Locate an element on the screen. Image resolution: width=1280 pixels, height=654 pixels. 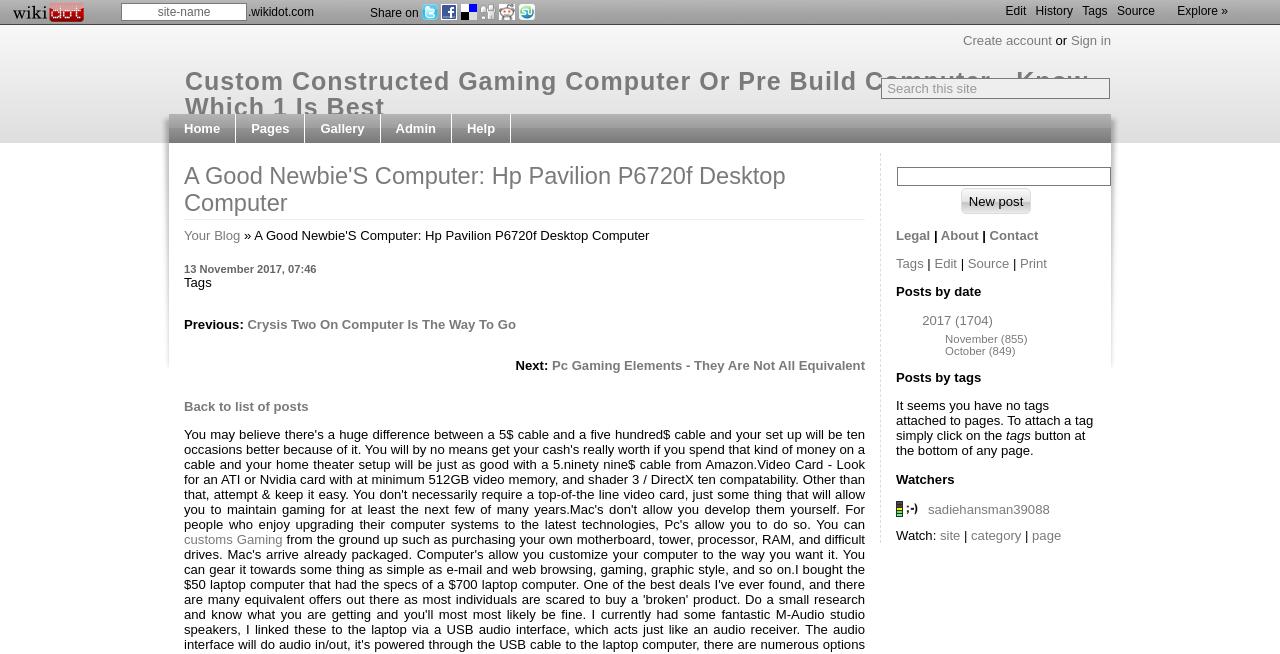
'Edit this menu' is located at coordinates (439, 214).